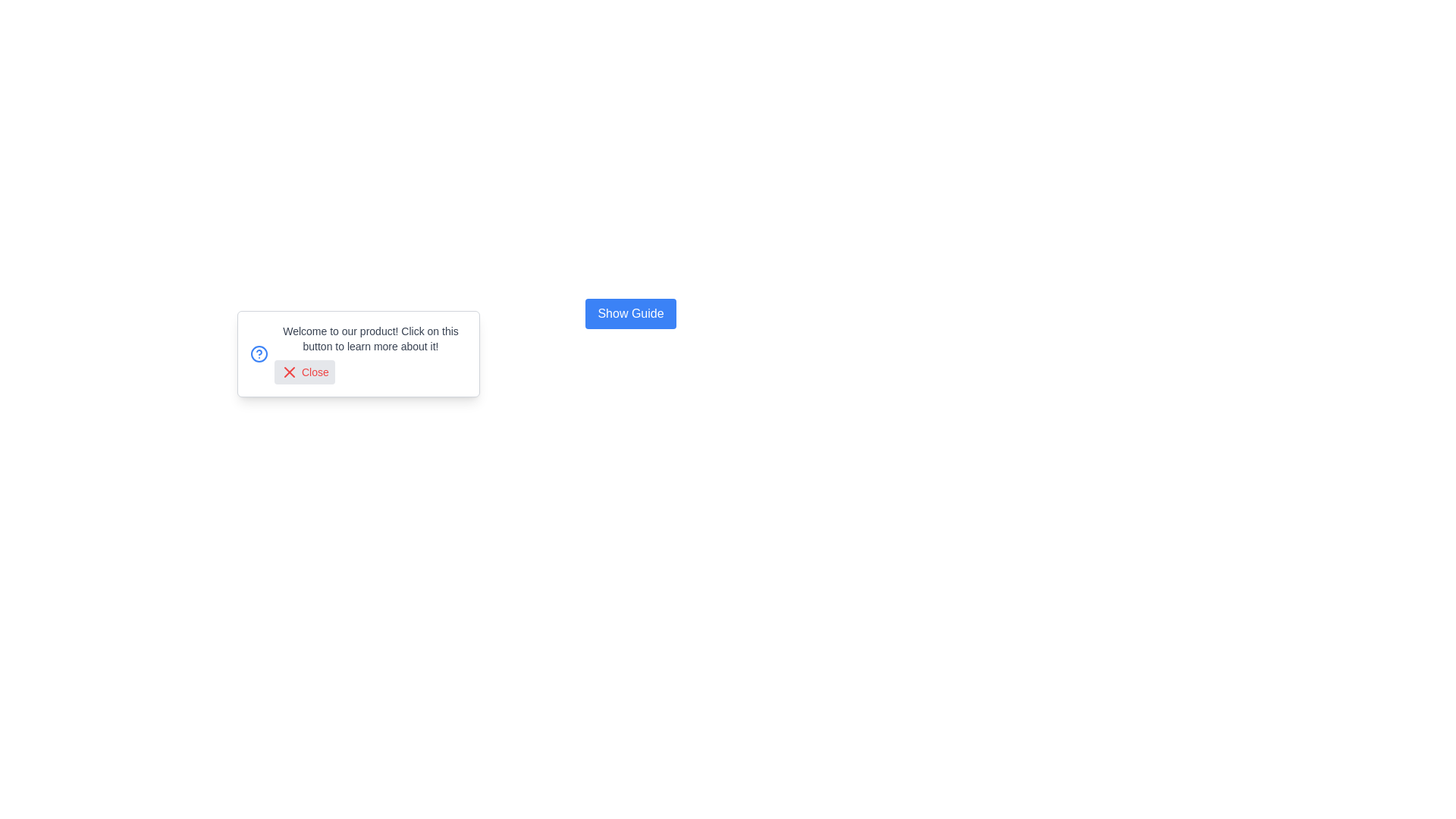 Image resolution: width=1456 pixels, height=819 pixels. What do you see at coordinates (259, 353) in the screenshot?
I see `the help or information icon located in the top-left corner of the dialog box containing a welcome message and a Close button` at bounding box center [259, 353].